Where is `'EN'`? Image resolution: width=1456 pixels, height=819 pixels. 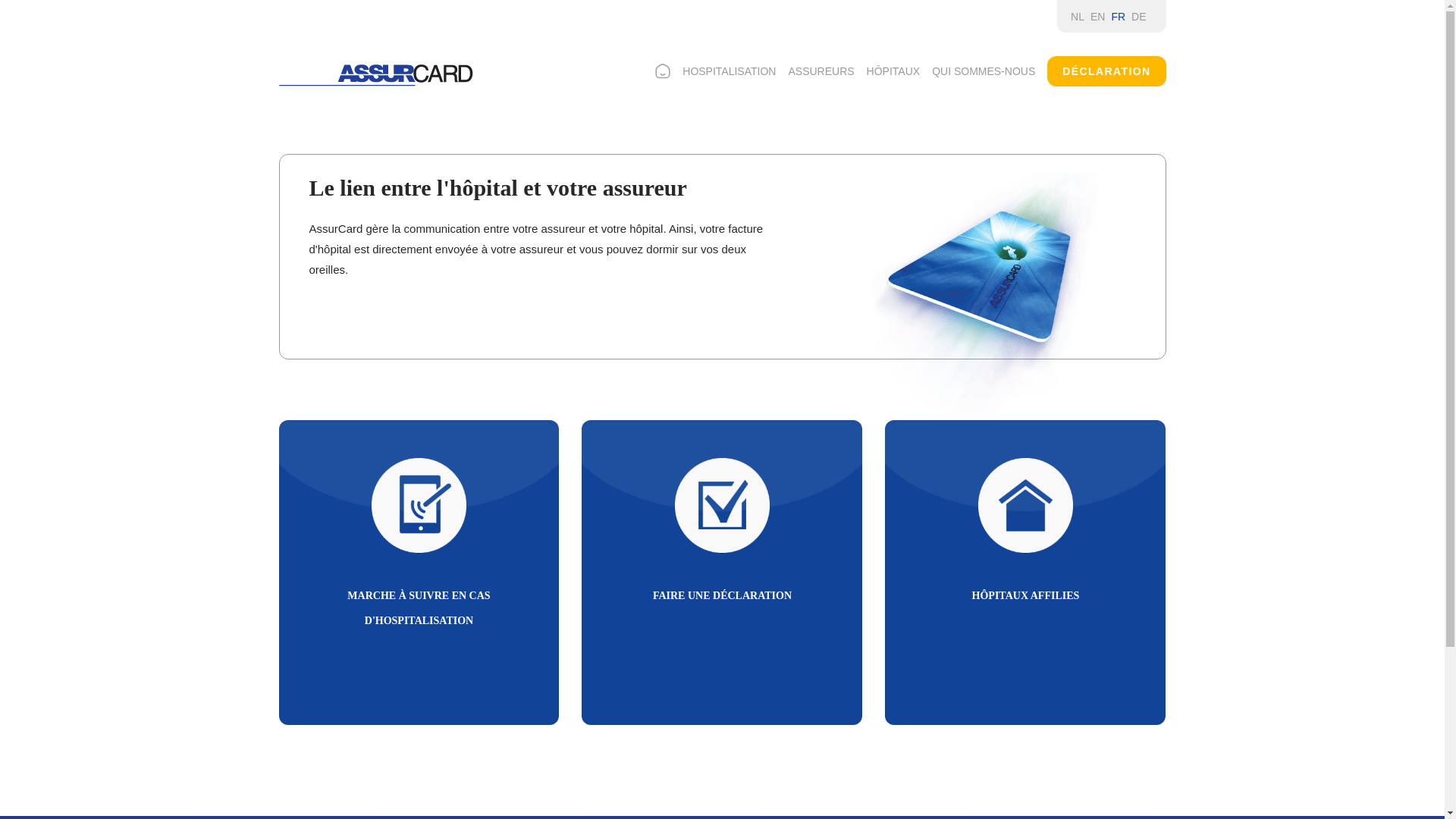
'EN' is located at coordinates (1090, 17).